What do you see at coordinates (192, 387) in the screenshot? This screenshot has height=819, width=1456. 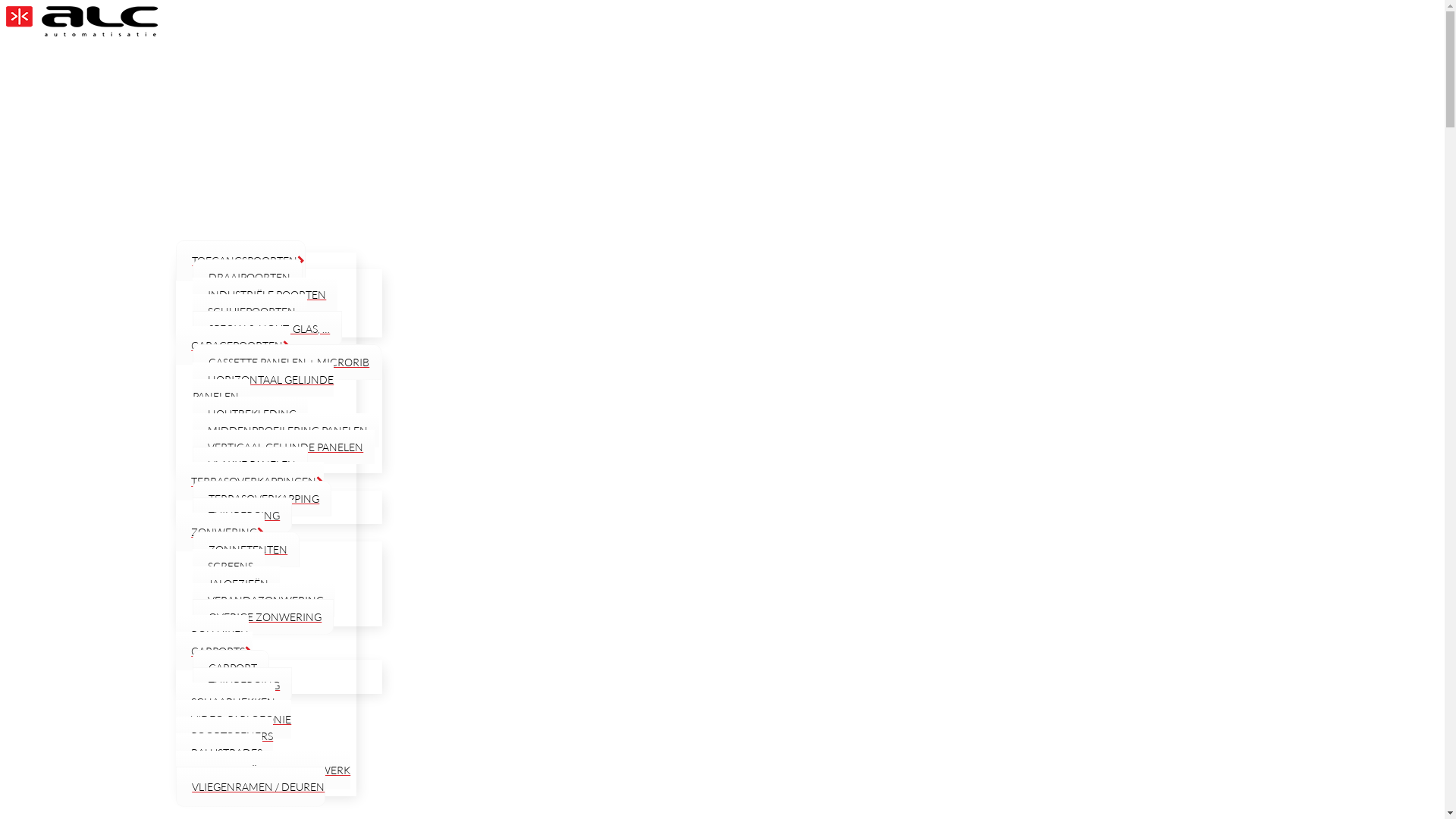 I see `'HORIZONTAAL GELIJNDE PANELEN'` at bounding box center [192, 387].